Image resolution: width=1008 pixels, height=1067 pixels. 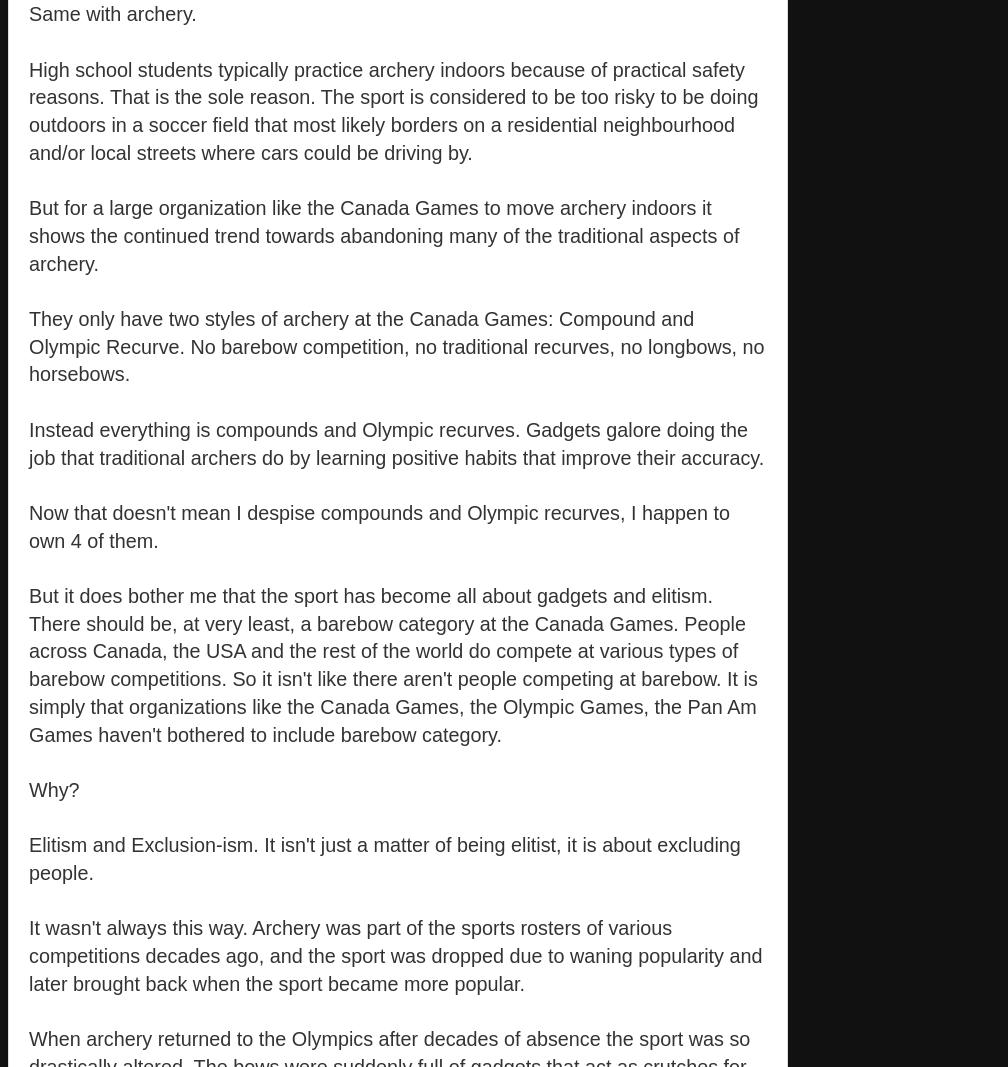 I want to click on 'They only have two styles of archery at the Canada Games: Compound and Olympic Recurve. No barebow competition, no traditional recurves, no longbows, no horsebows.', so click(x=29, y=346).